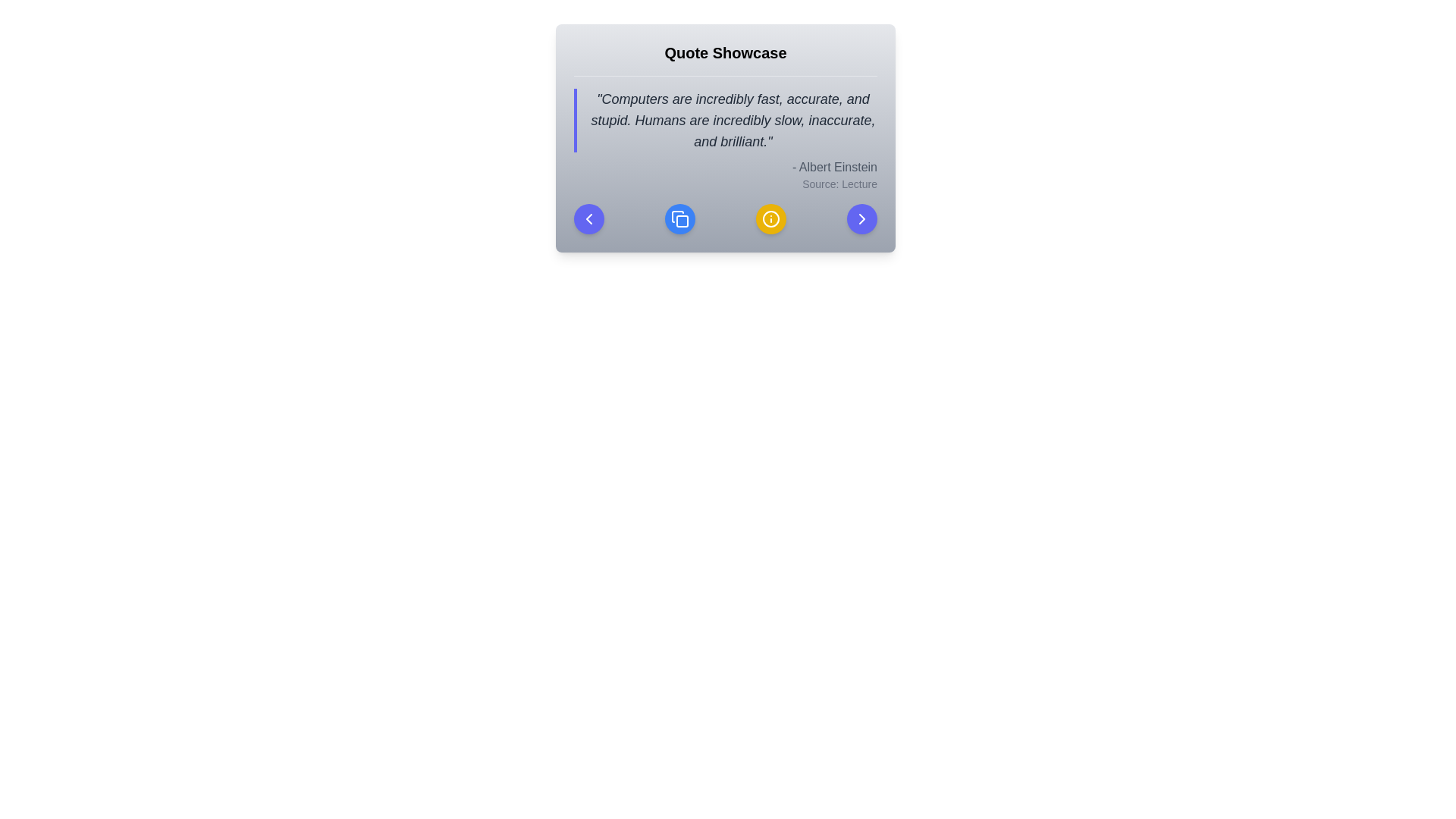 Image resolution: width=1456 pixels, height=819 pixels. I want to click on the third button in the row at the bottom of the card, so click(771, 219).